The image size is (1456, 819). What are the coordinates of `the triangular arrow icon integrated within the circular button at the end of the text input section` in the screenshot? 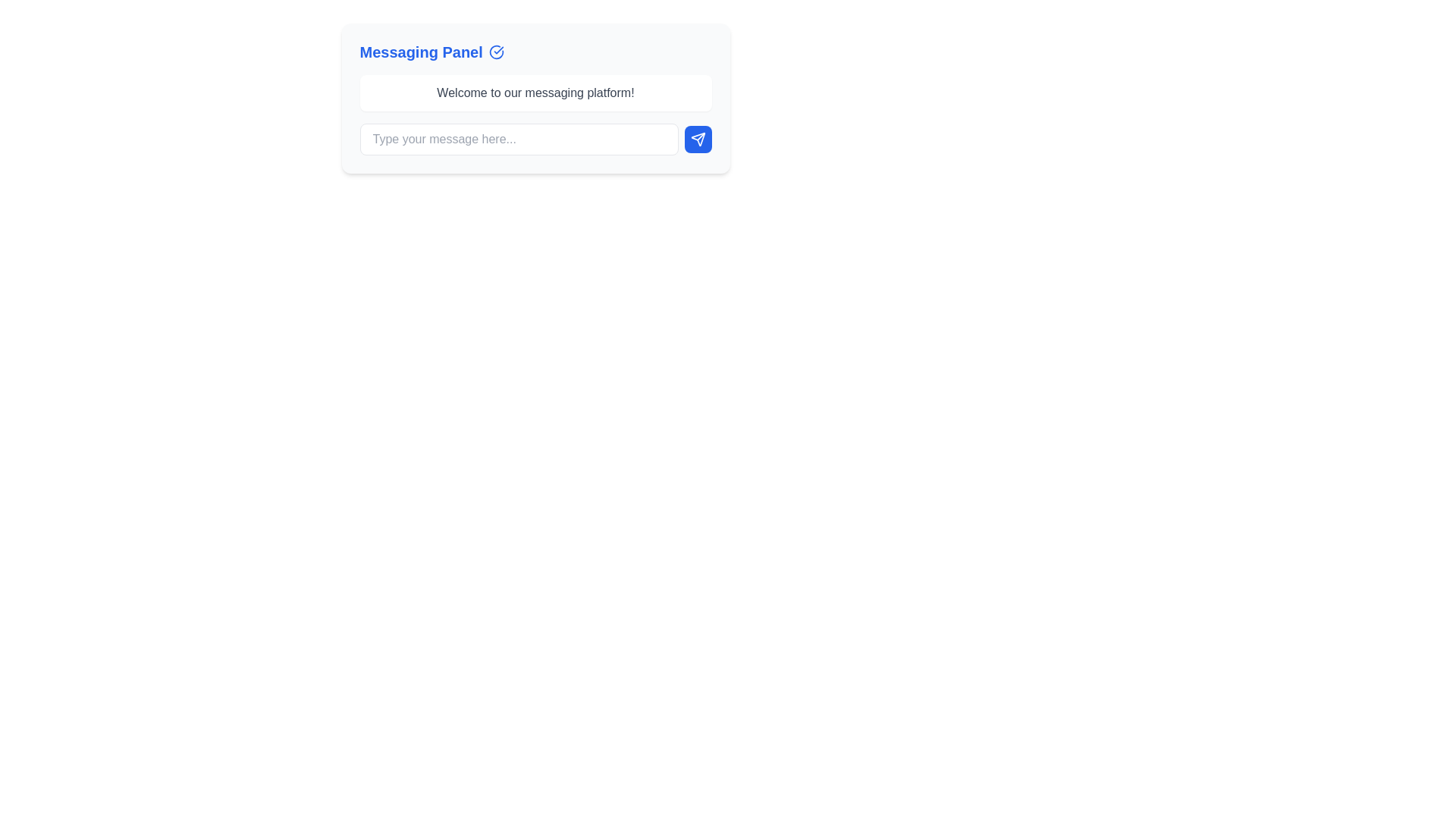 It's located at (697, 140).